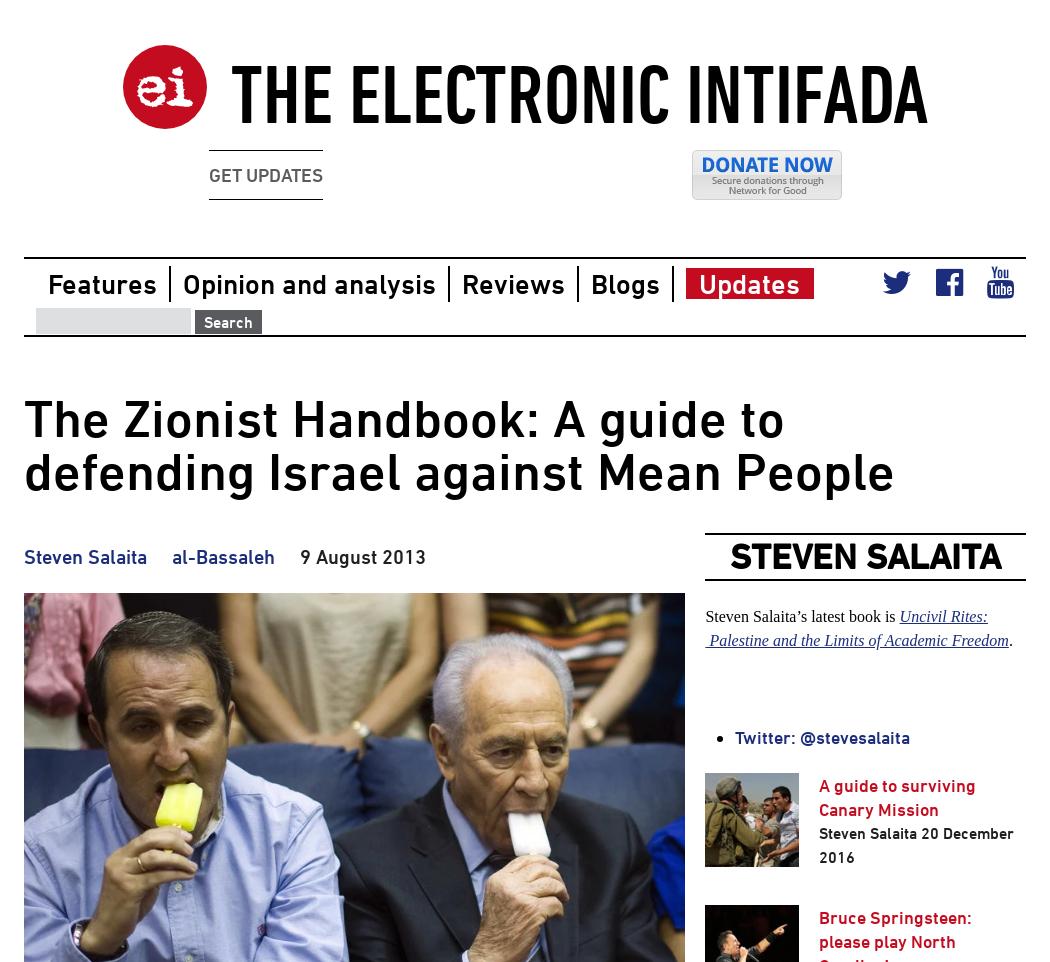 Image resolution: width=1050 pixels, height=962 pixels. I want to click on 'Features', so click(46, 283).